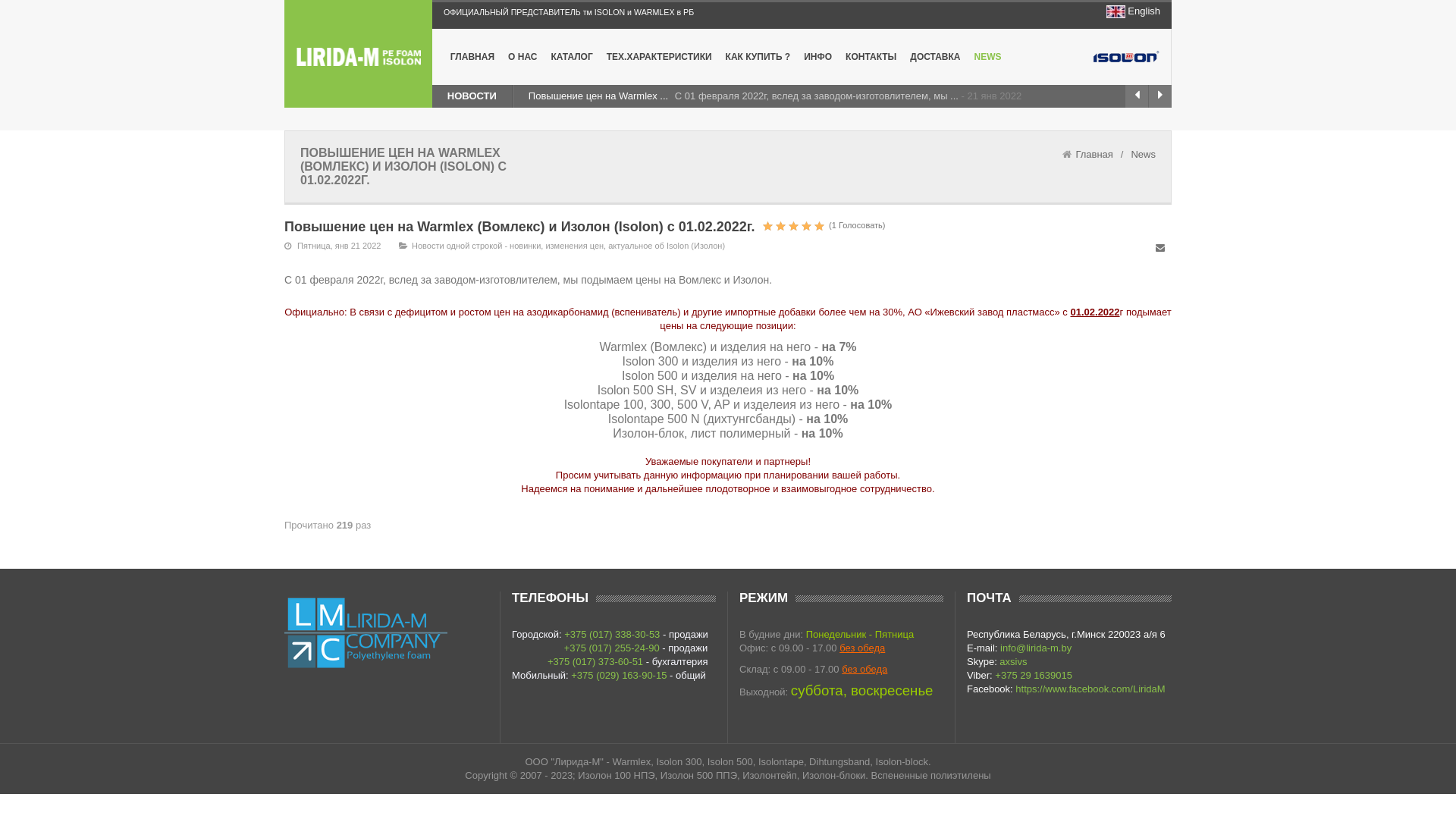 The width and height of the screenshot is (1456, 819). What do you see at coordinates (761, 225) in the screenshot?
I see `'3'` at bounding box center [761, 225].